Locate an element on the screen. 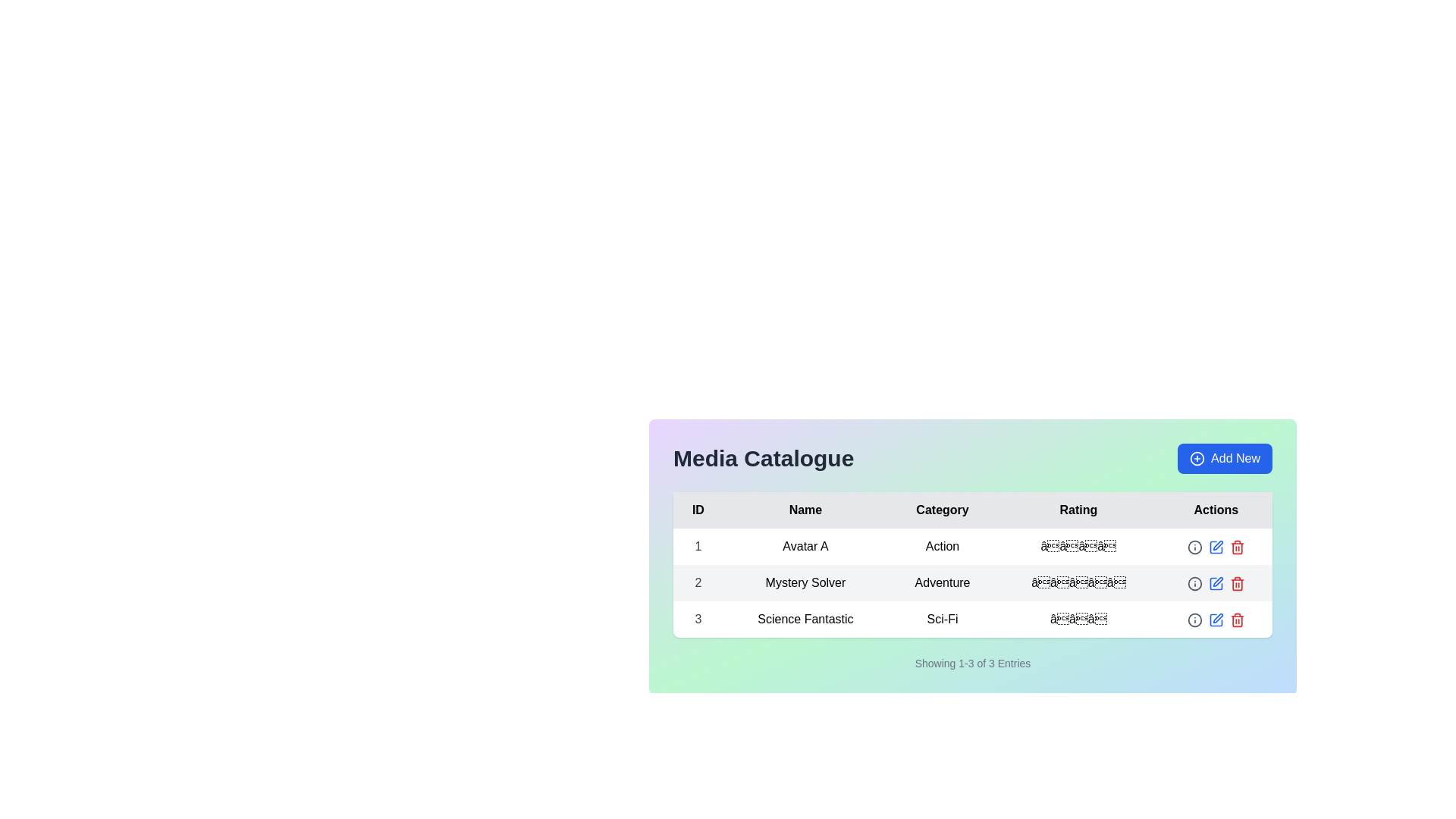 The height and width of the screenshot is (819, 1456). the red trash icon button in the 'Actions' column of the second row is located at coordinates (1237, 582).